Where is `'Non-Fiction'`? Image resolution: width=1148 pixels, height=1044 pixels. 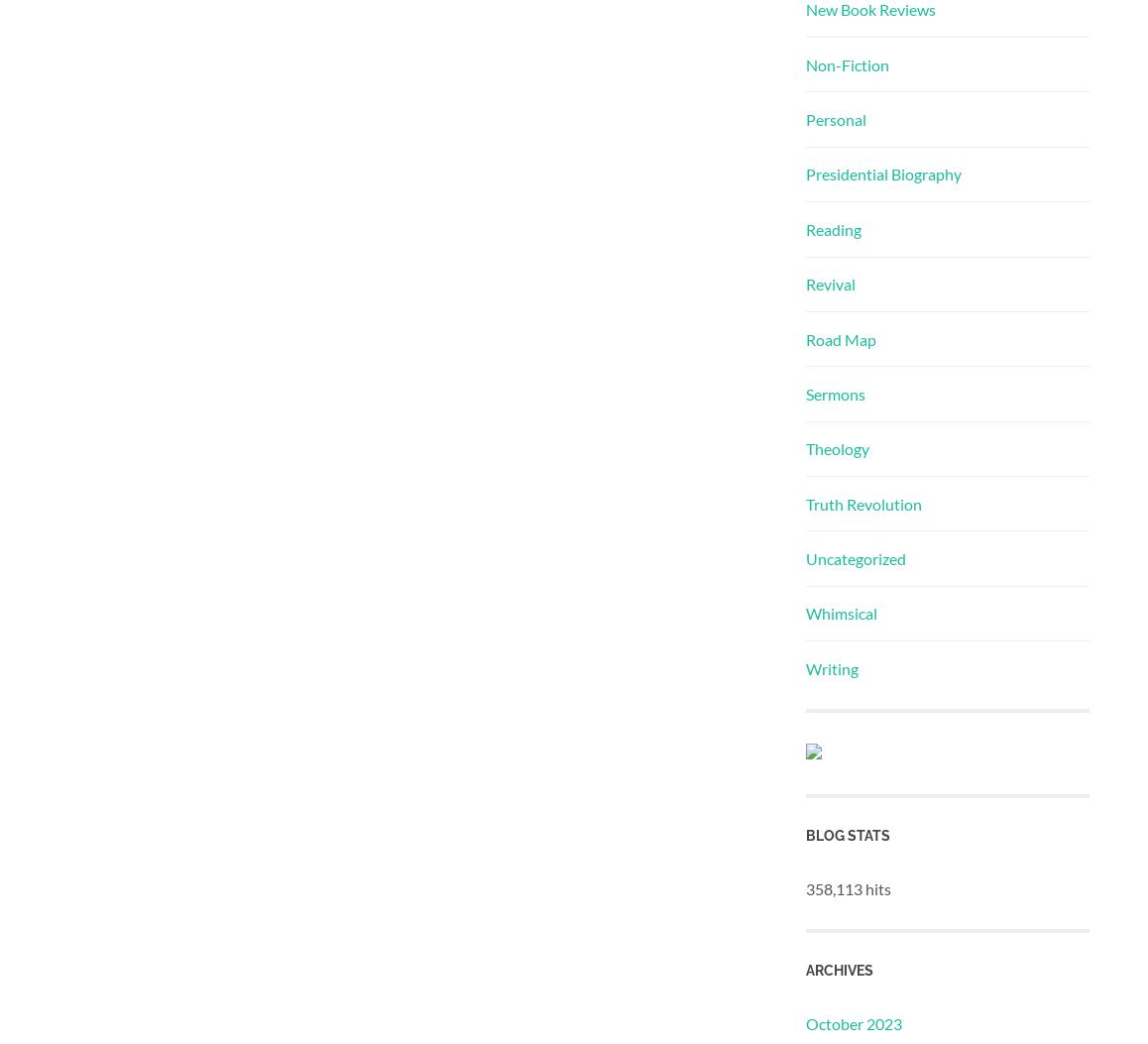 'Non-Fiction' is located at coordinates (846, 62).